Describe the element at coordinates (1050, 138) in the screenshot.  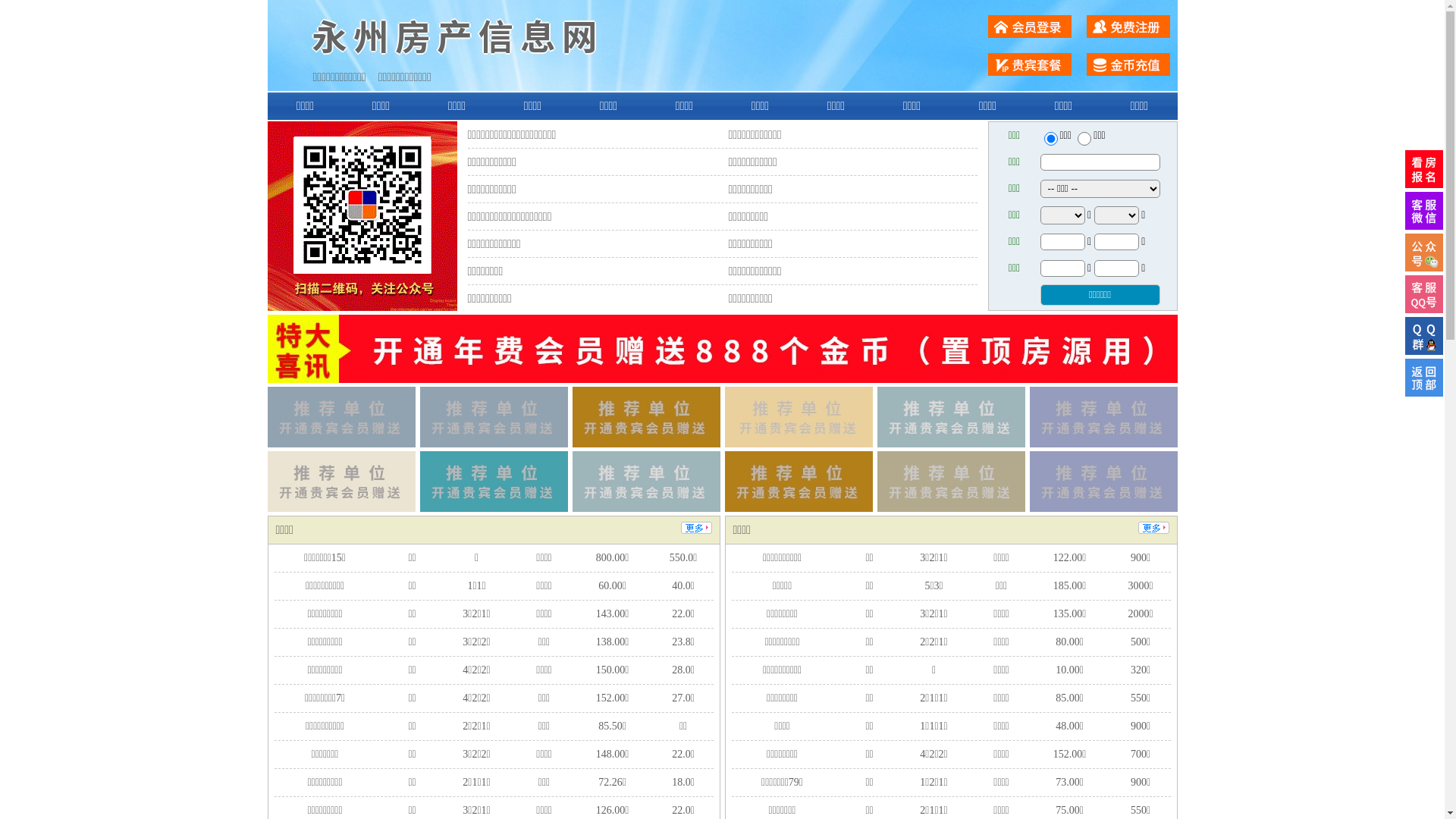
I see `'ershou'` at that location.